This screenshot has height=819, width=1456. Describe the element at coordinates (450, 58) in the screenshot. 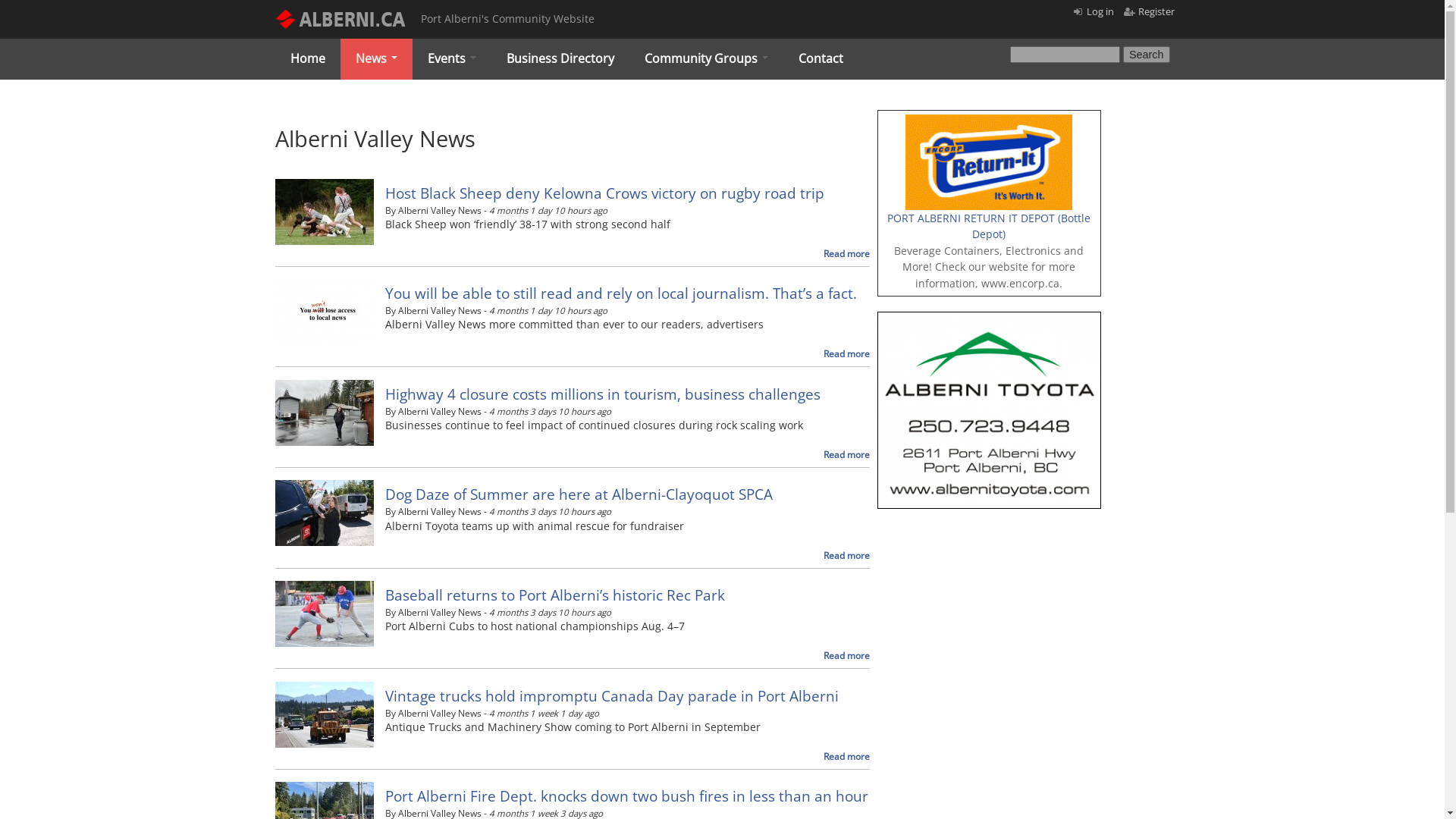

I see `'Events'` at that location.